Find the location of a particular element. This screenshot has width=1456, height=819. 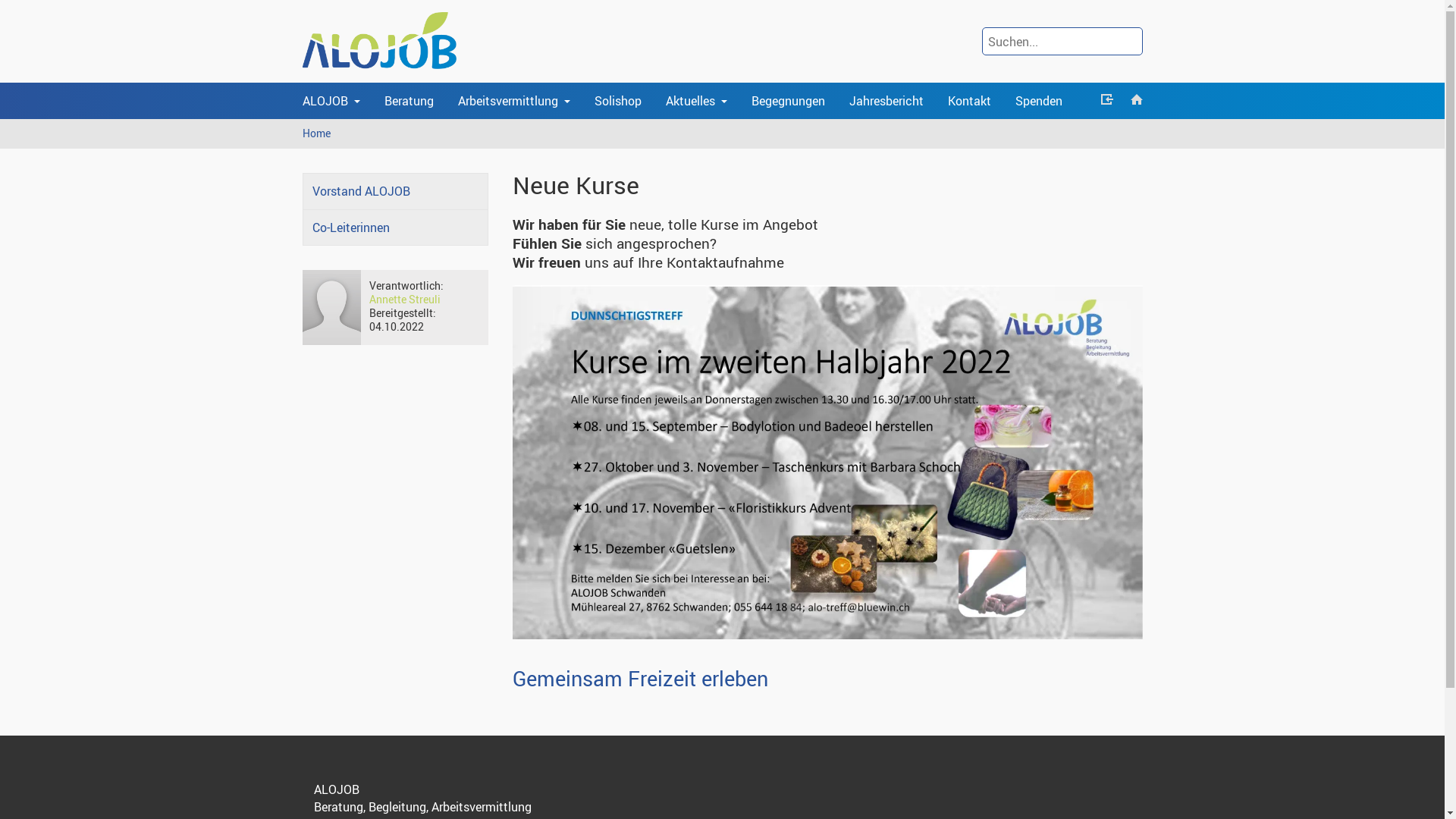

'Beratung' is located at coordinates (408, 100).